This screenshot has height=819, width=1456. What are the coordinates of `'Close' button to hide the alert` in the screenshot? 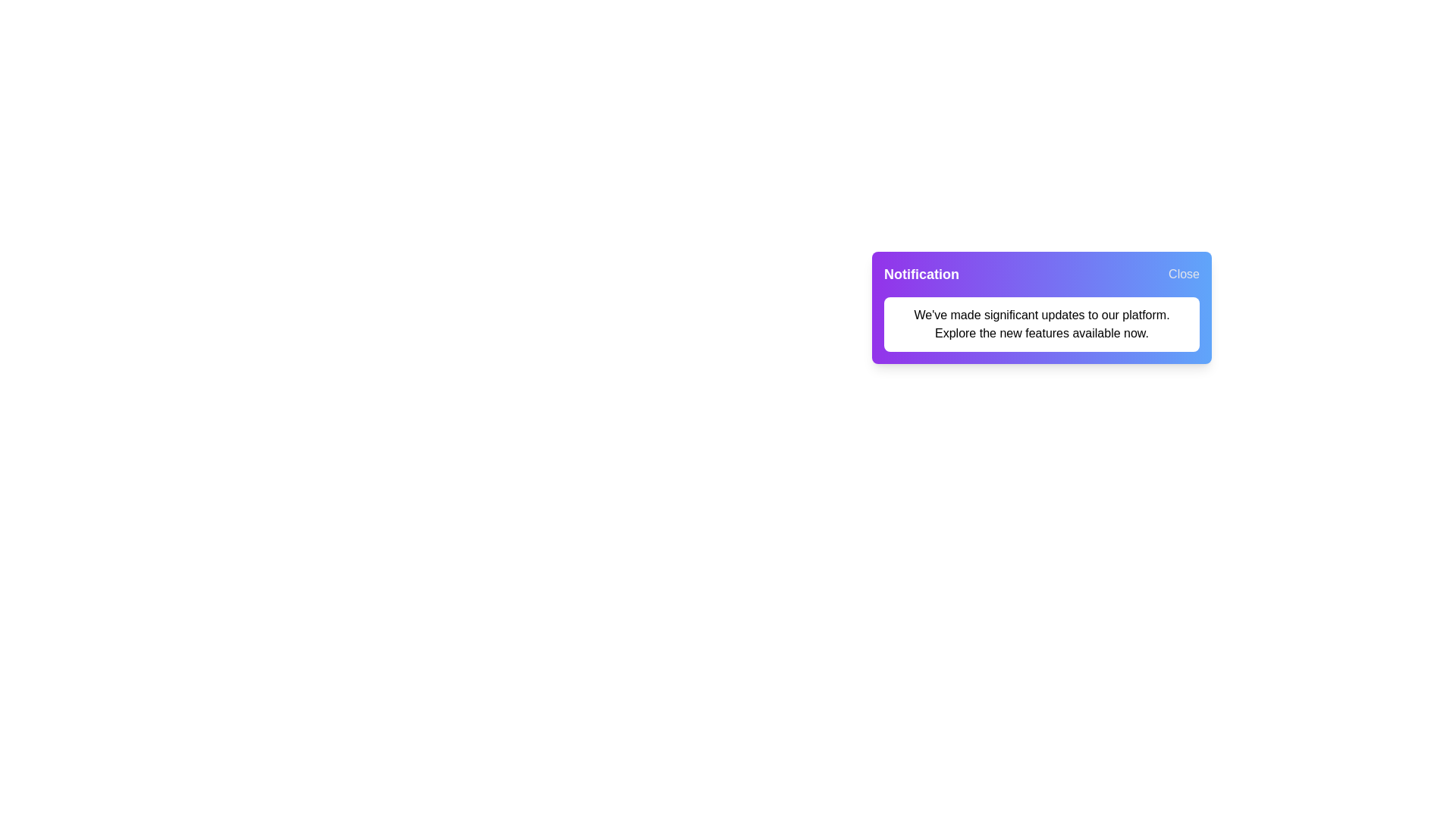 It's located at (1183, 275).